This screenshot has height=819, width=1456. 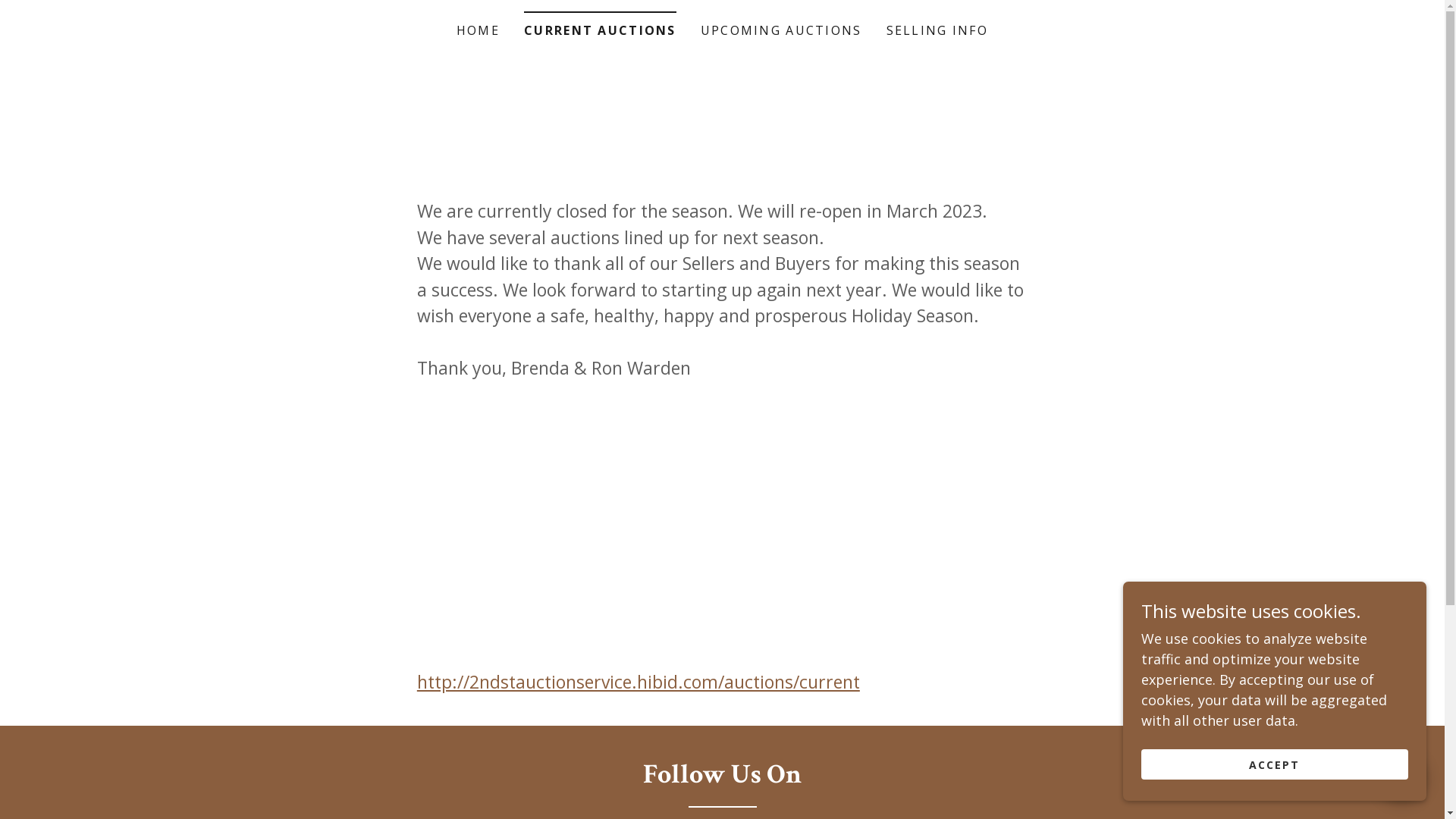 I want to click on 'SELLING INFO', so click(x=937, y=30).